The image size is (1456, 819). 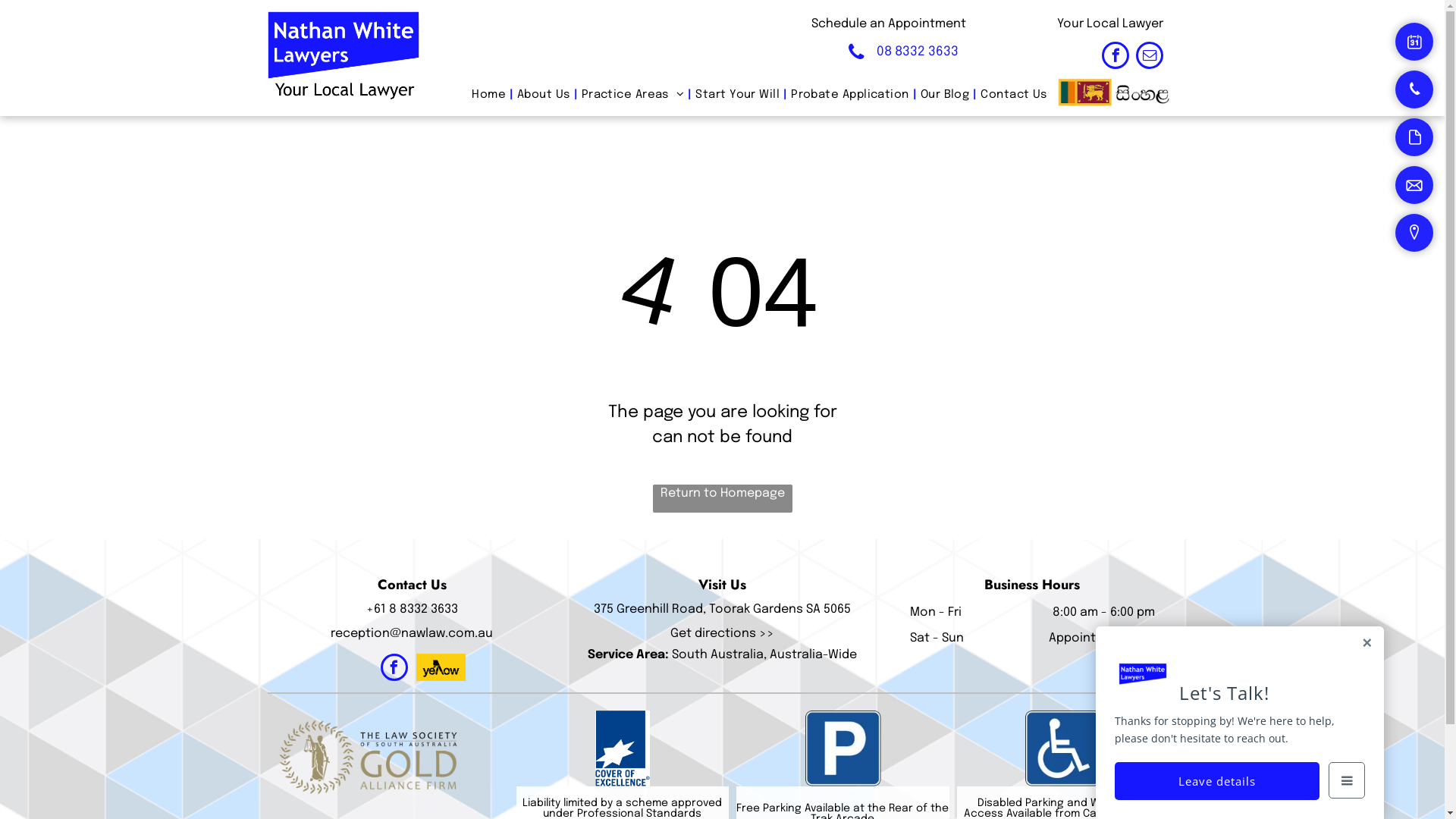 I want to click on 'About Us', so click(x=543, y=95).